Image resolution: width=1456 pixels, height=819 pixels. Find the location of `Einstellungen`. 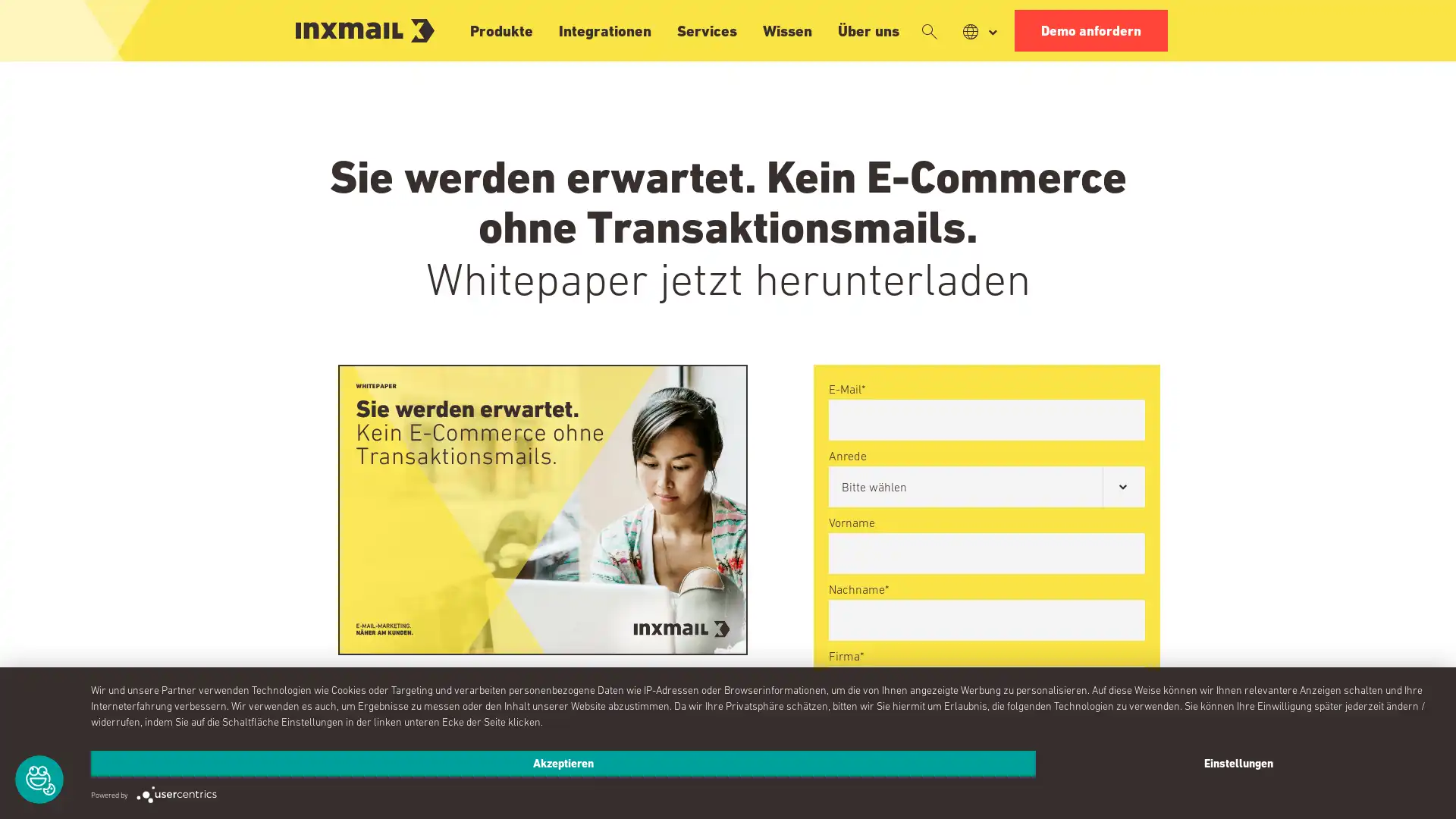

Einstellungen is located at coordinates (1238, 763).